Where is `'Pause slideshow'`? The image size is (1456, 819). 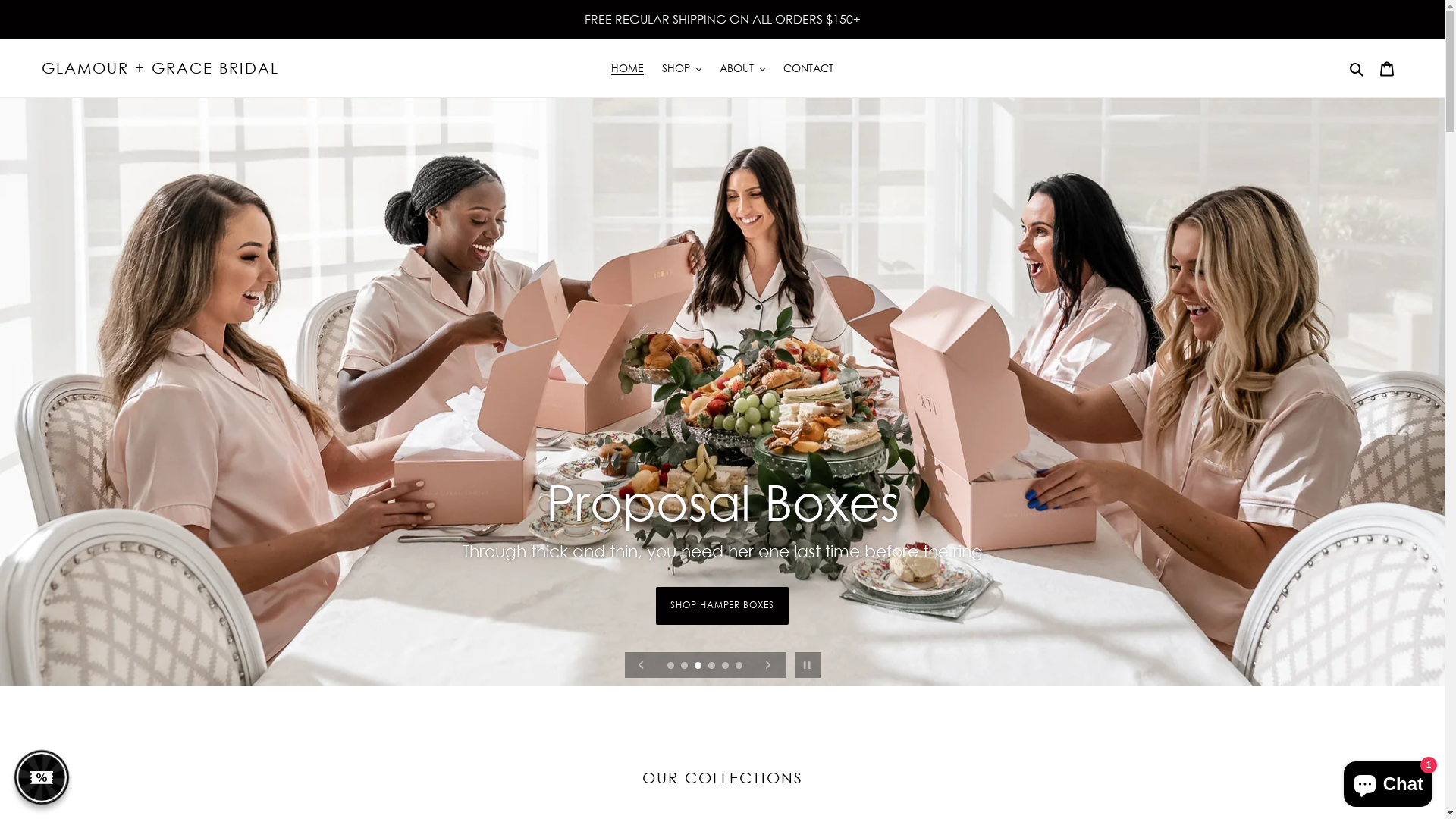
'Pause slideshow' is located at coordinates (806, 664).